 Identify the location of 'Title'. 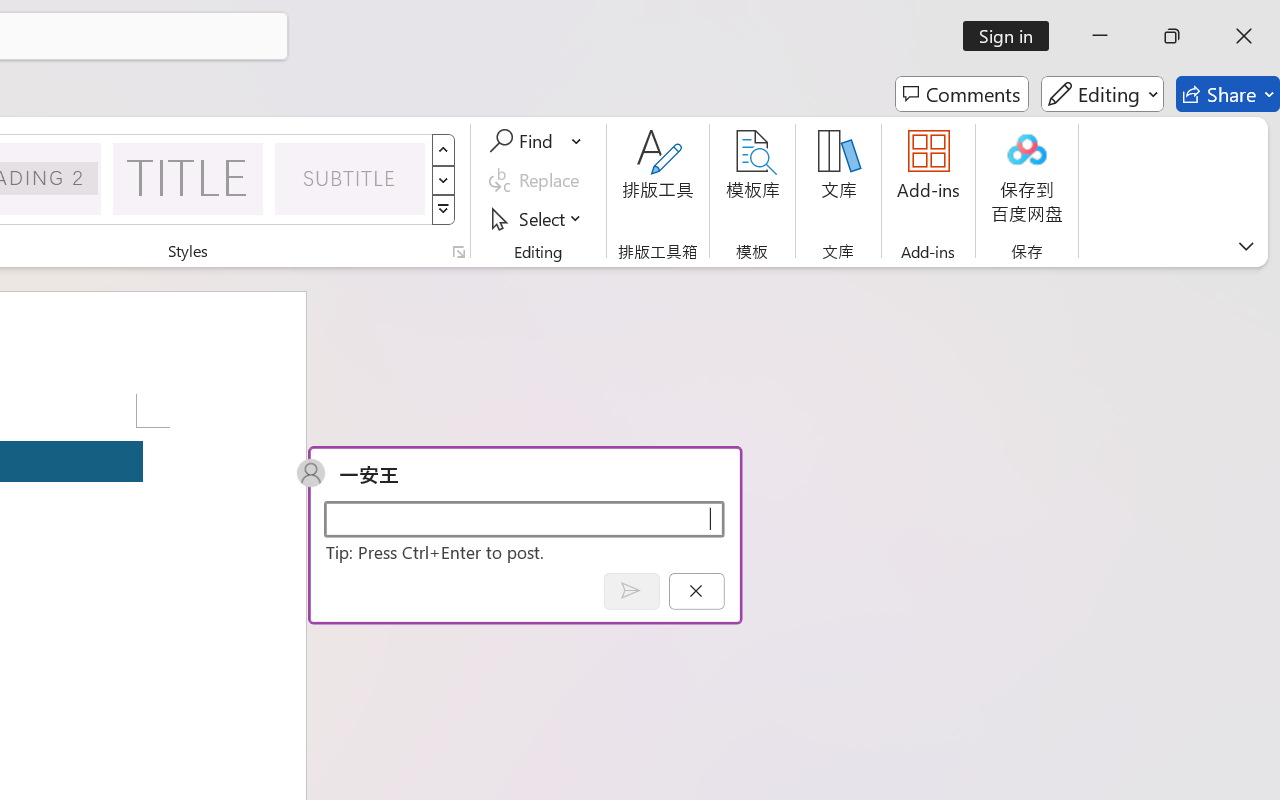
(188, 177).